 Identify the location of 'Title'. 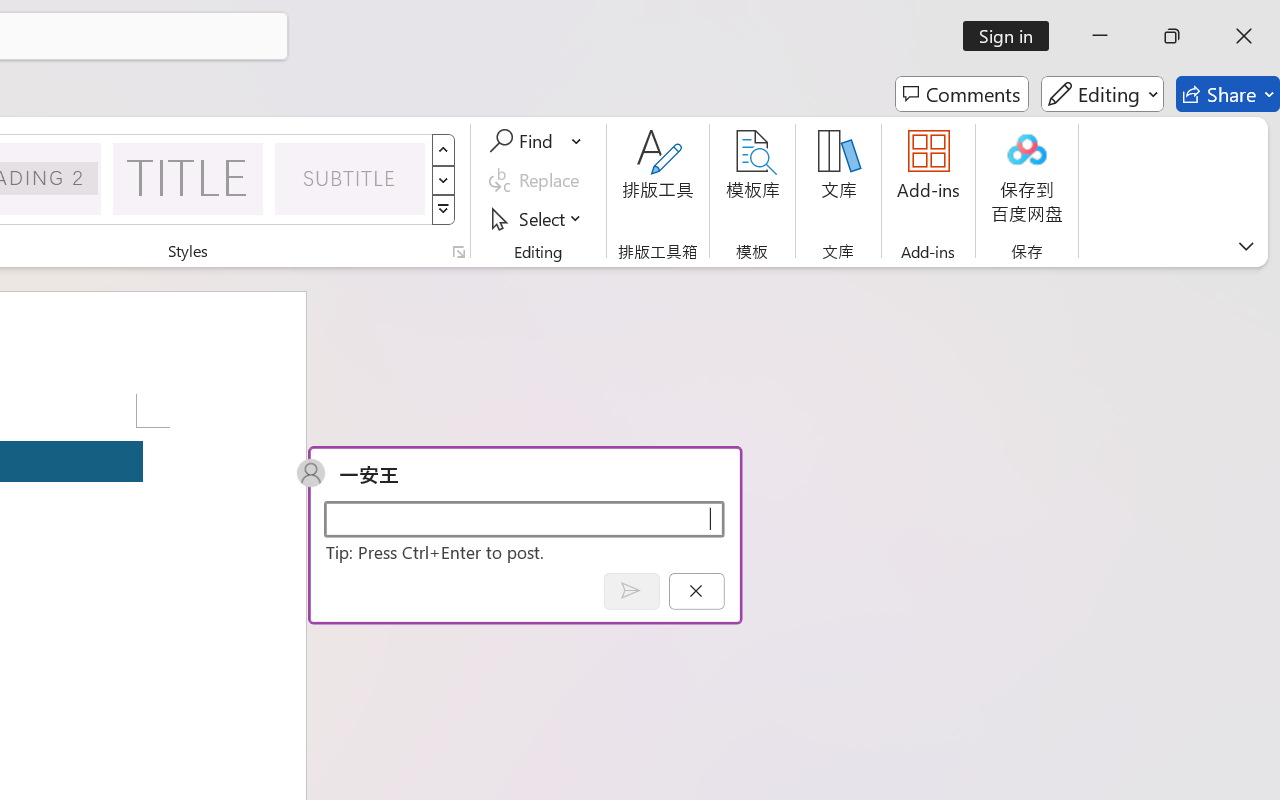
(188, 177).